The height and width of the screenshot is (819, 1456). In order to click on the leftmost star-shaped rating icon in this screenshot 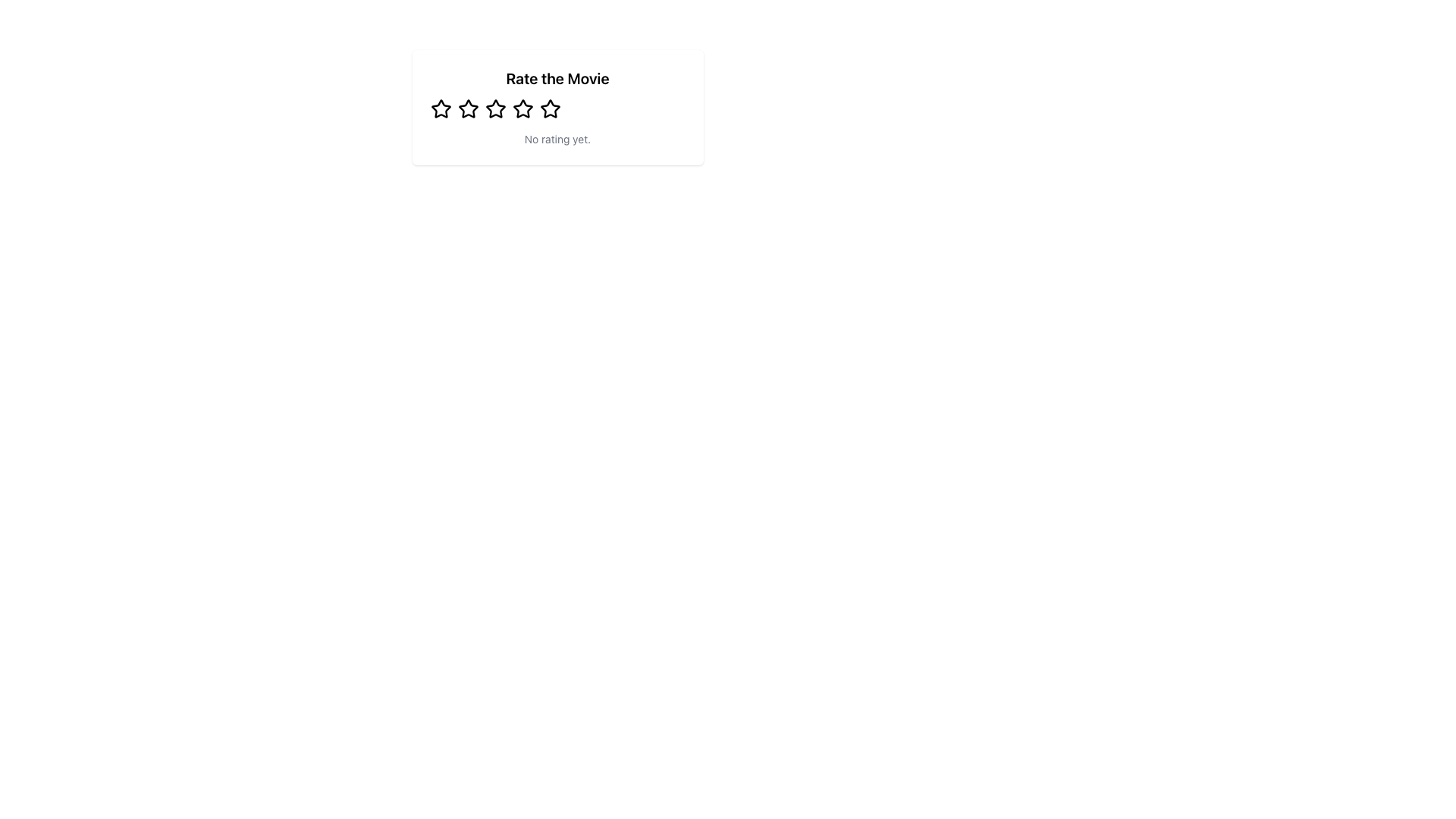, I will do `click(440, 108)`.